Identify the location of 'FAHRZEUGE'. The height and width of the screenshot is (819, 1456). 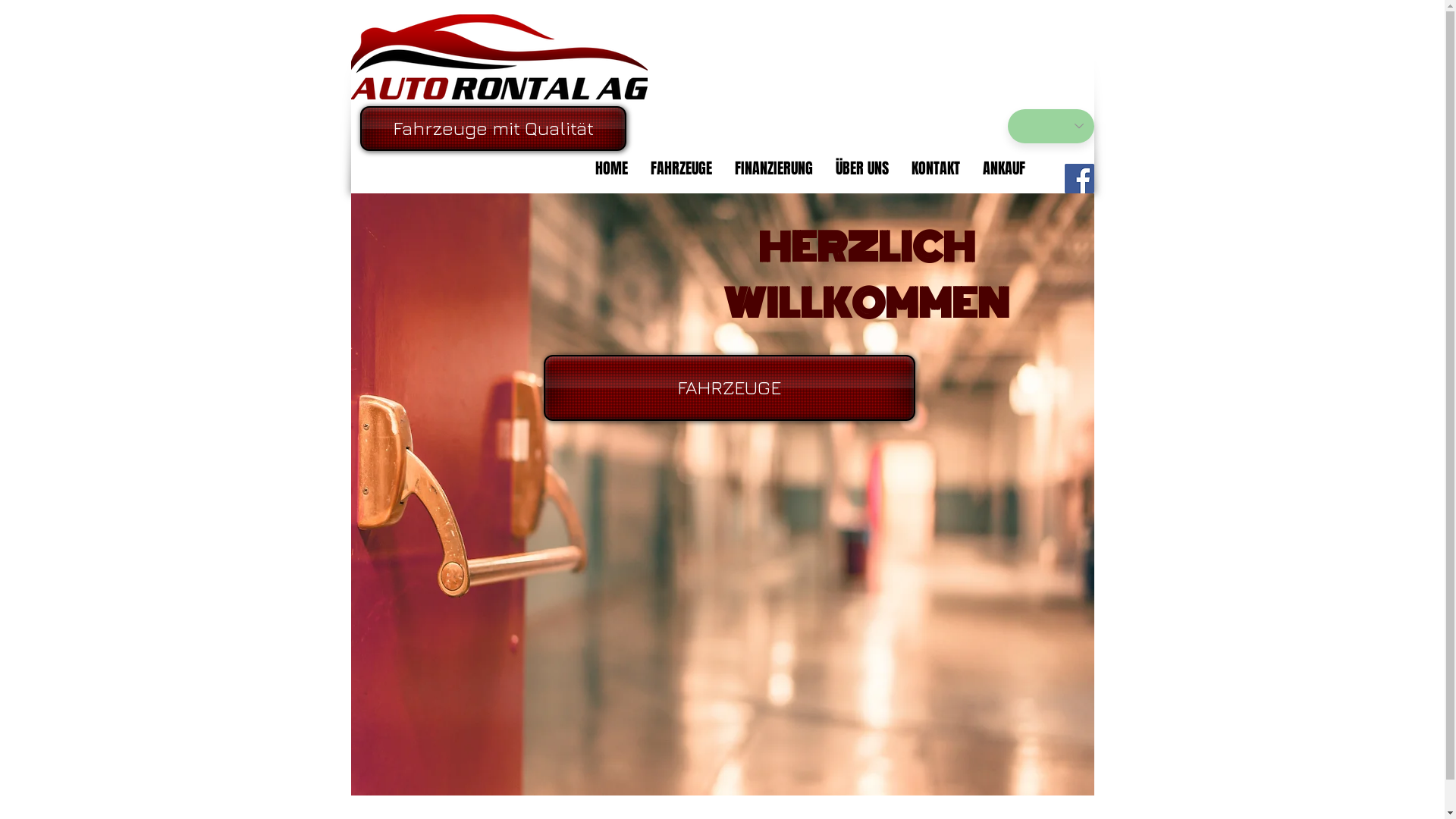
(728, 387).